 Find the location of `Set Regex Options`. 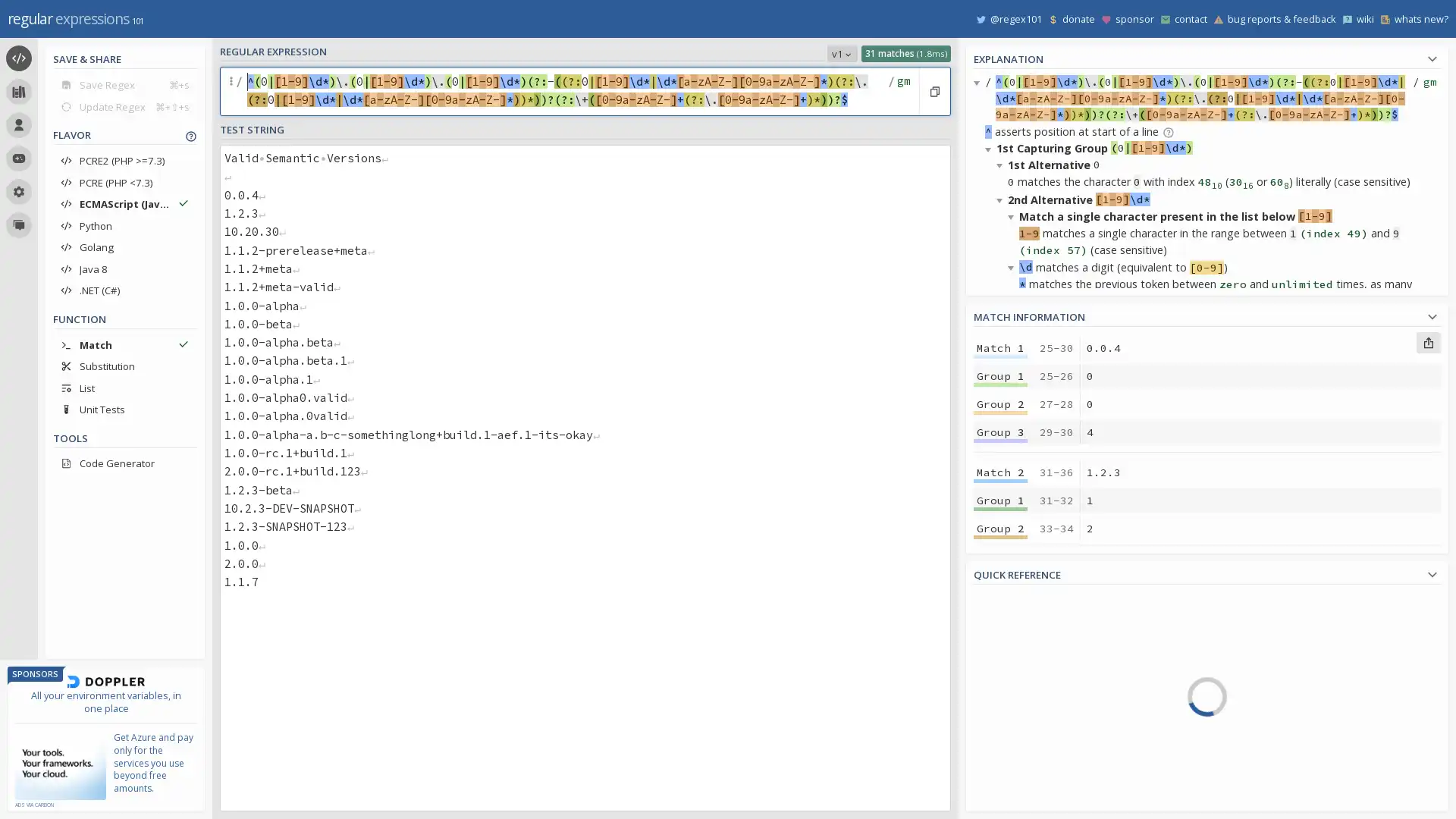

Set Regex Options is located at coordinates (902, 91).